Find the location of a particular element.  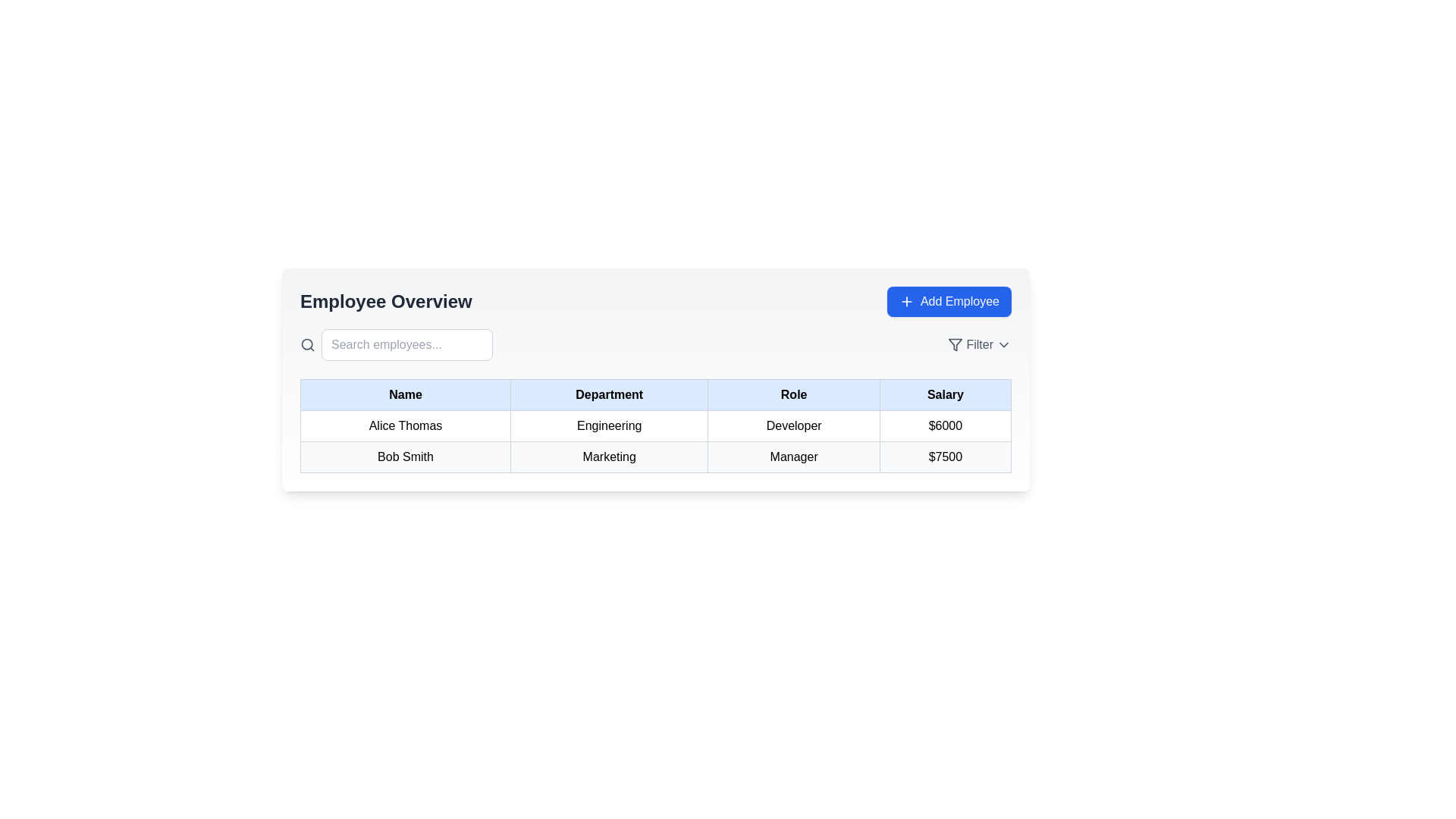

the 'Filter' dropdown button, which includes an icon resembling a filter funnel and is located on the right side above the data table is located at coordinates (980, 345).